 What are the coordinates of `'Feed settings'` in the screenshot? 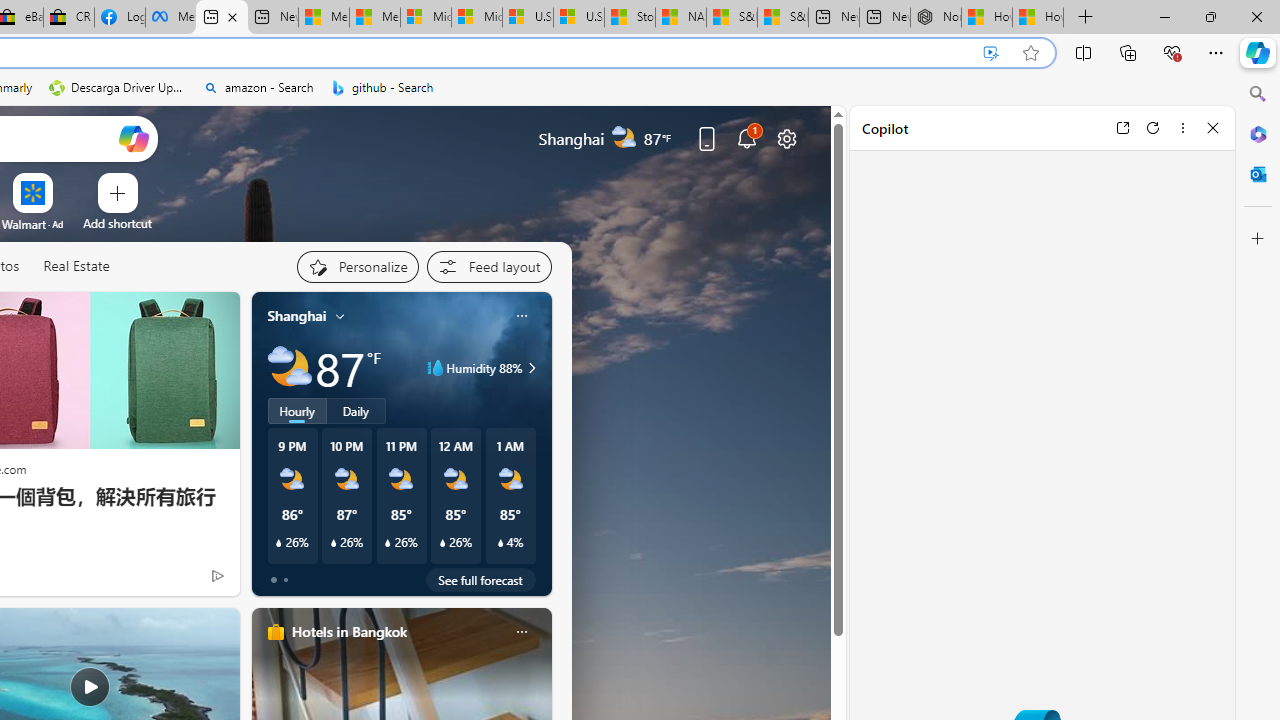 It's located at (488, 266).